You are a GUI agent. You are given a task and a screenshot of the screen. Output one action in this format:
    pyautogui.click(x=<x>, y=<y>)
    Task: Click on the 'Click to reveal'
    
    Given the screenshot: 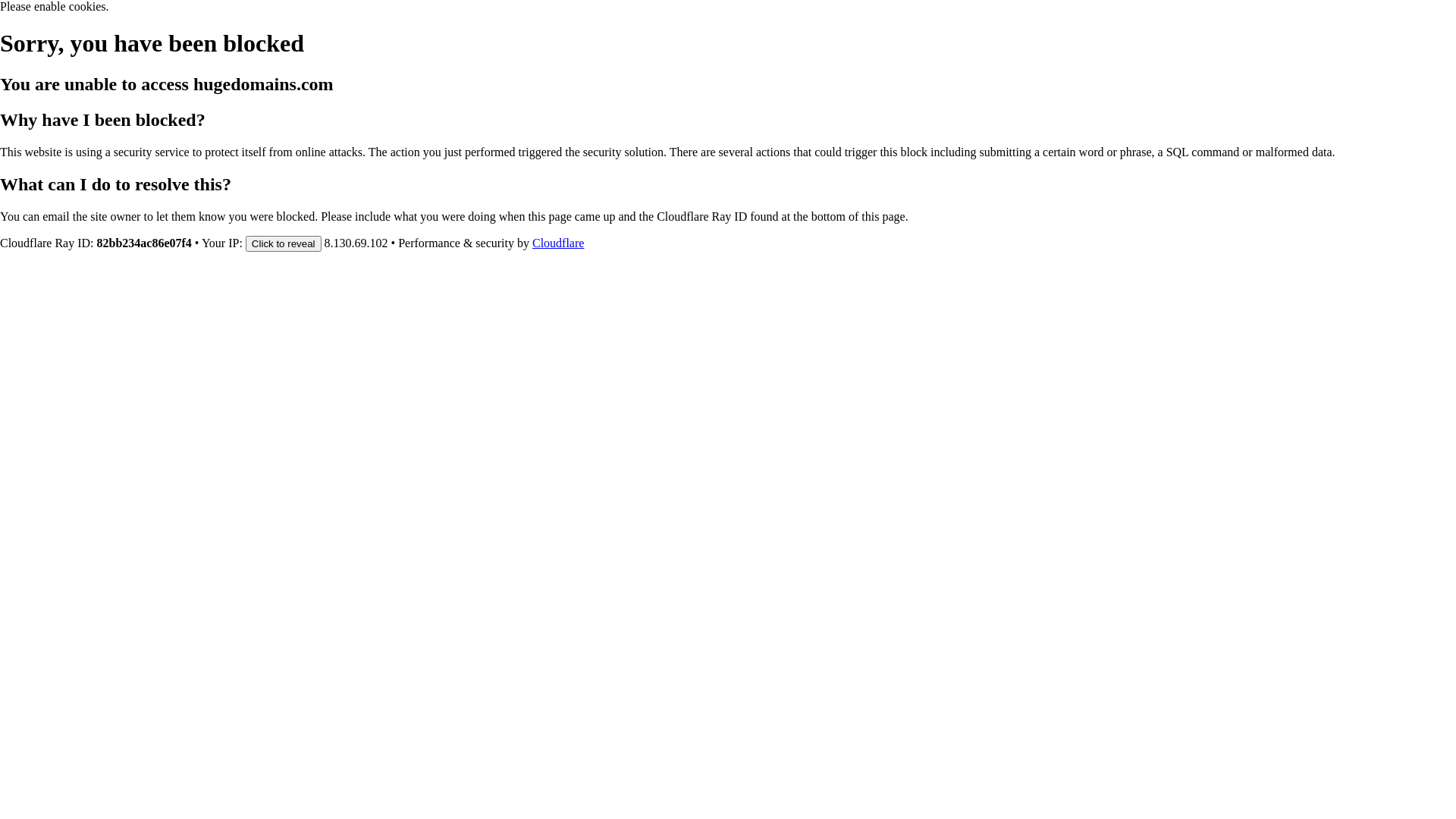 What is the action you would take?
    pyautogui.click(x=284, y=242)
    